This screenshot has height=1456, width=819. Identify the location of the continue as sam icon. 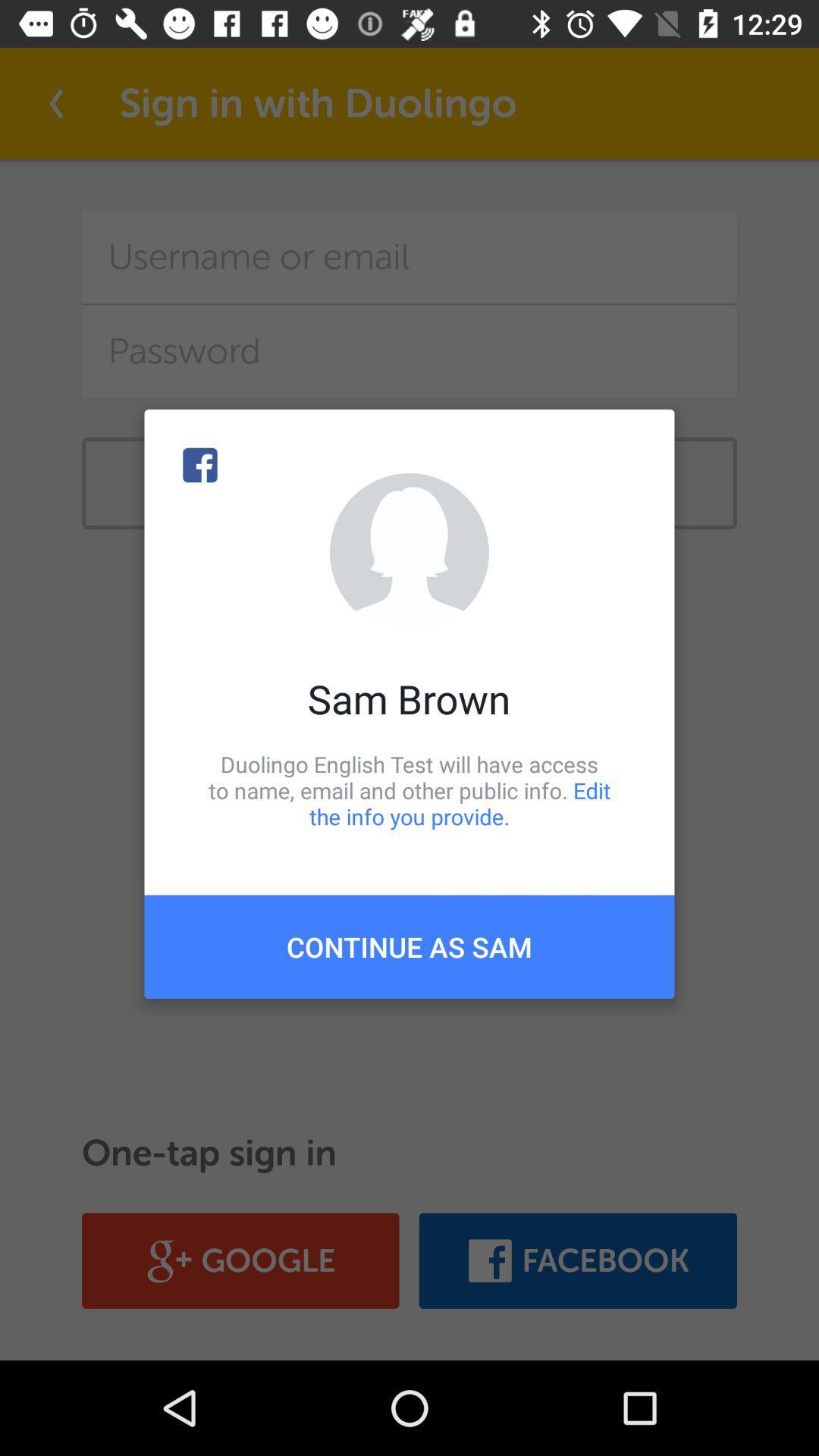
(409, 946).